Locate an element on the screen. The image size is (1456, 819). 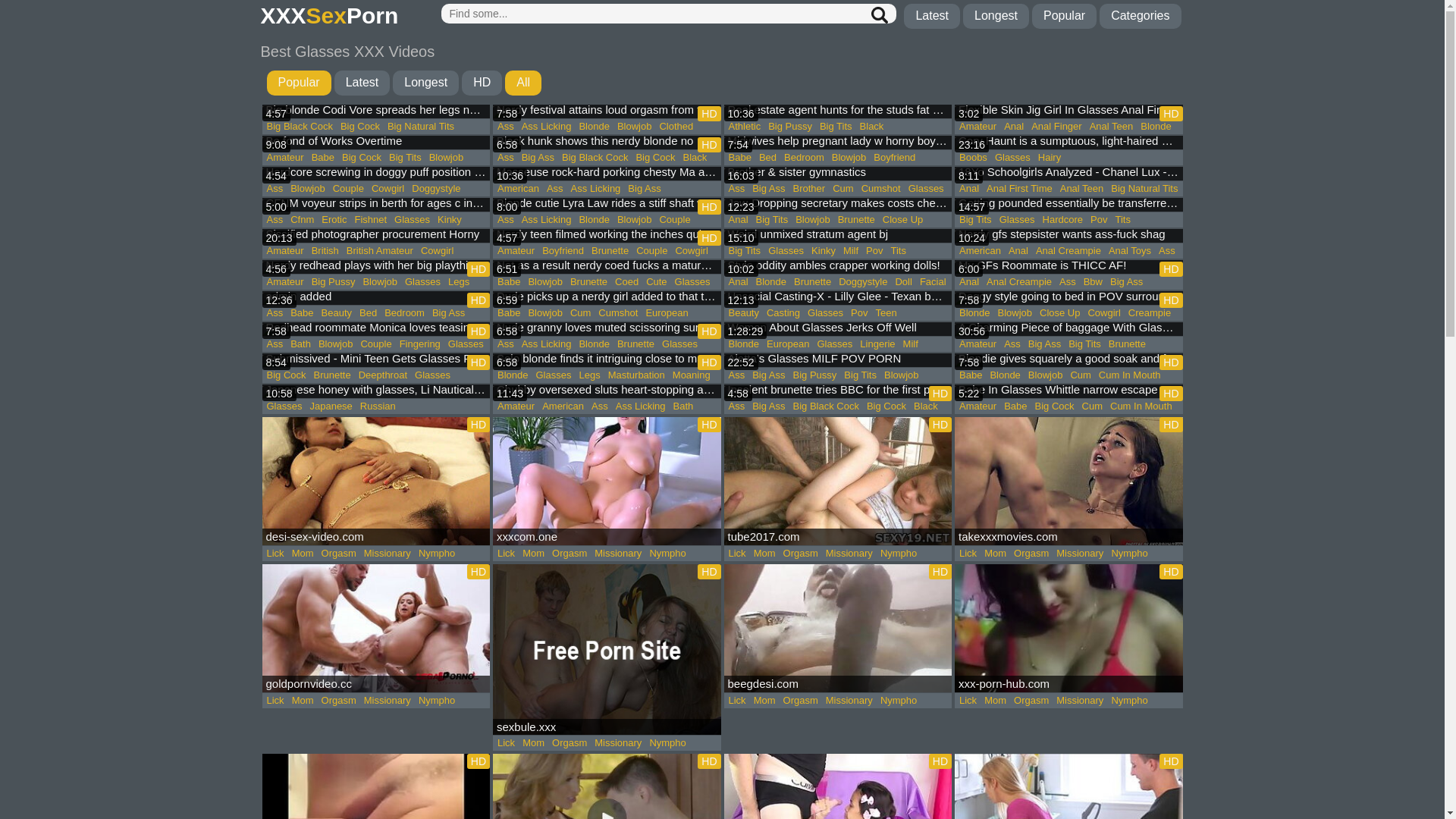
'Submissived - Mini Teen Gets Glasses Fucked Off is located at coordinates (376, 360).